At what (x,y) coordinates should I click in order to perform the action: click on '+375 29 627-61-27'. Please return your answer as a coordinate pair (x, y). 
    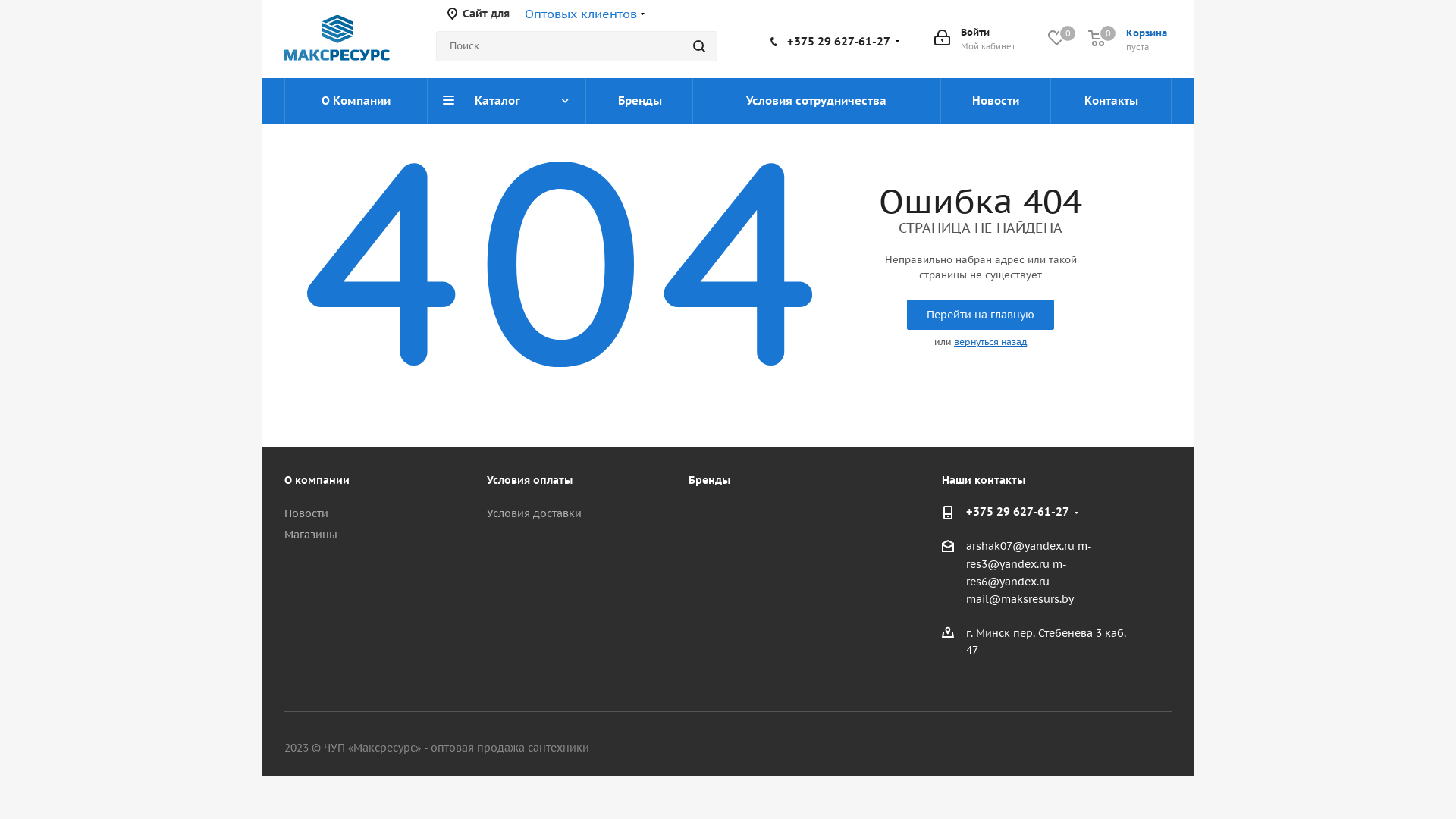
    Looking at the image, I should click on (1018, 512).